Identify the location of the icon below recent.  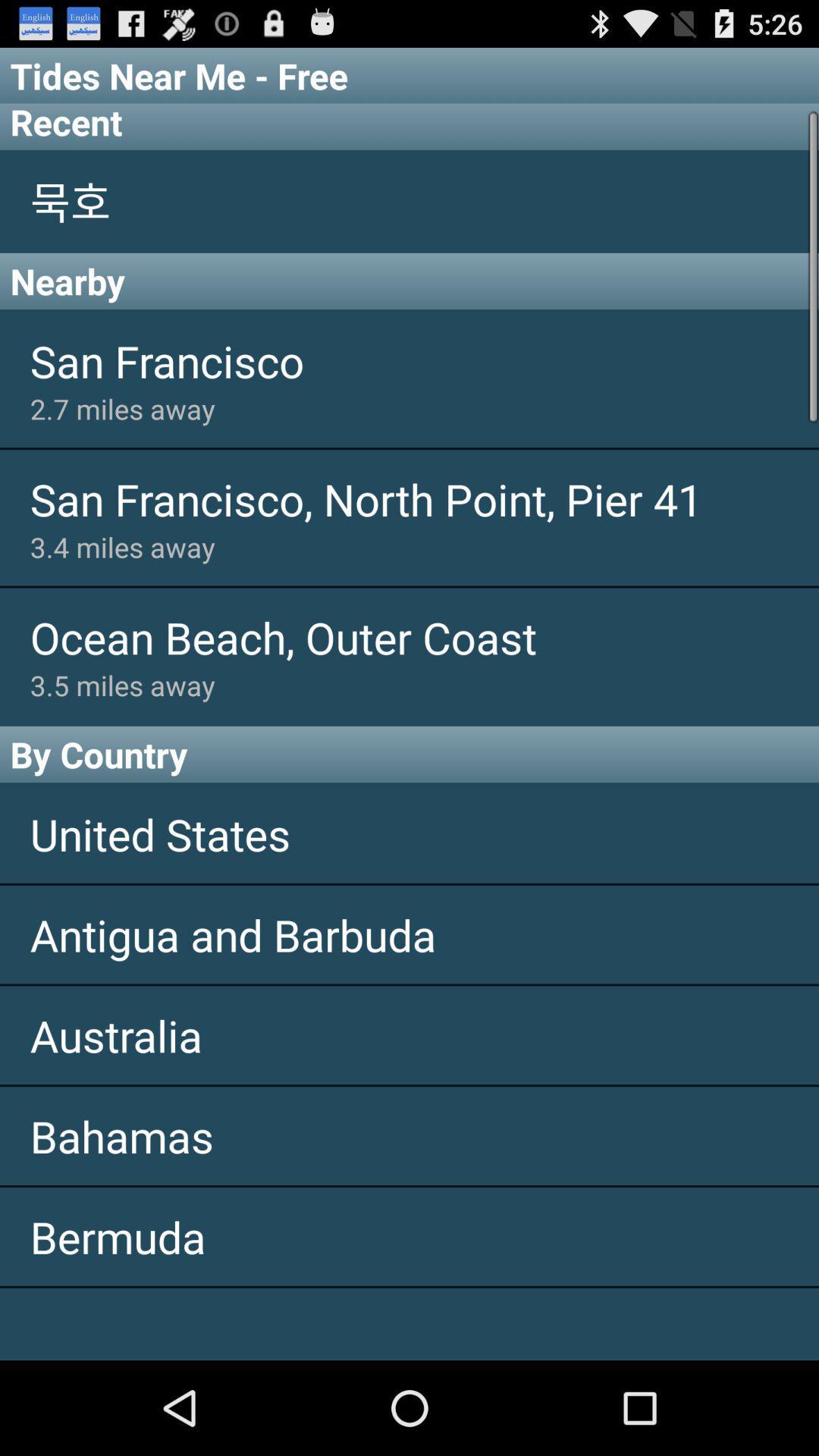
(409, 200).